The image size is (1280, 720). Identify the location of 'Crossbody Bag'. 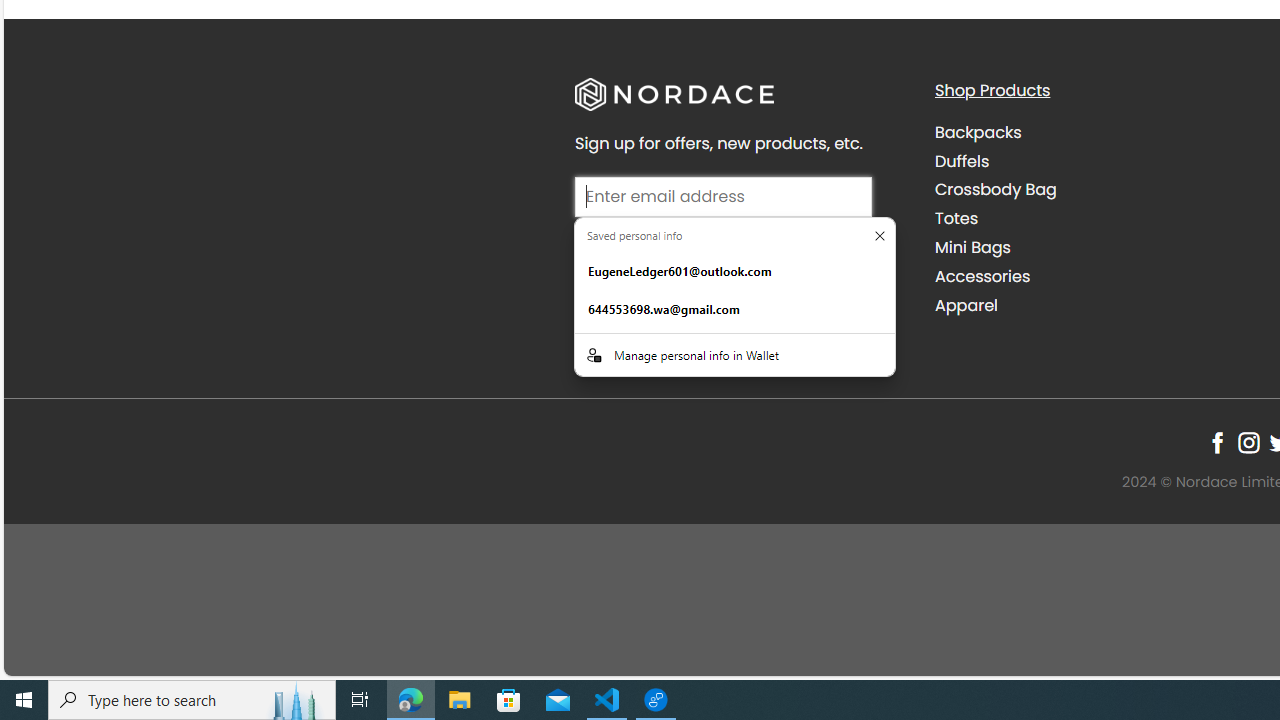
(995, 190).